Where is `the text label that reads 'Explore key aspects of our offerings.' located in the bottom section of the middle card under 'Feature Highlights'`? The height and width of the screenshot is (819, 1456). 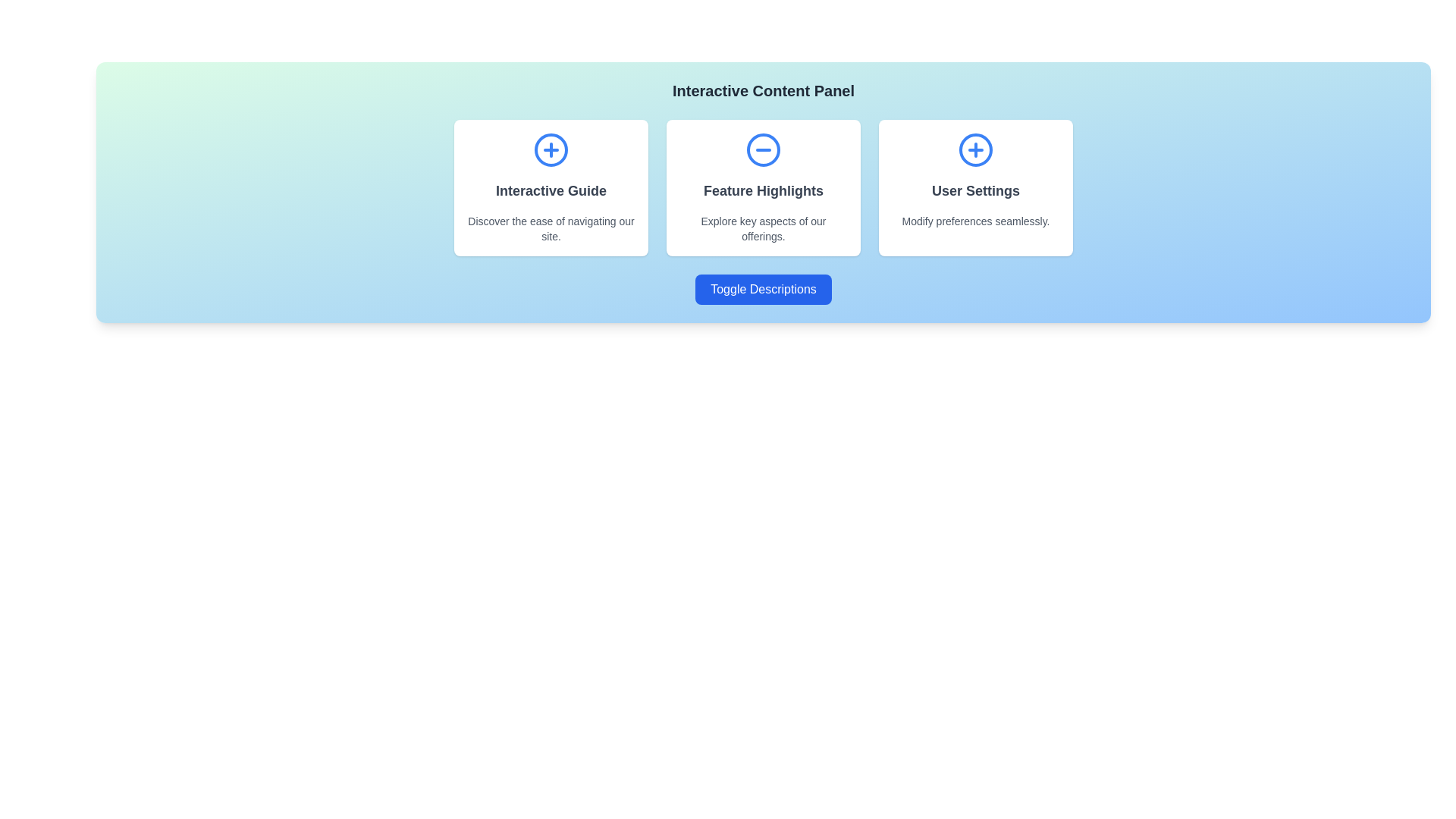
the text label that reads 'Explore key aspects of our offerings.' located in the bottom section of the middle card under 'Feature Highlights' is located at coordinates (764, 228).